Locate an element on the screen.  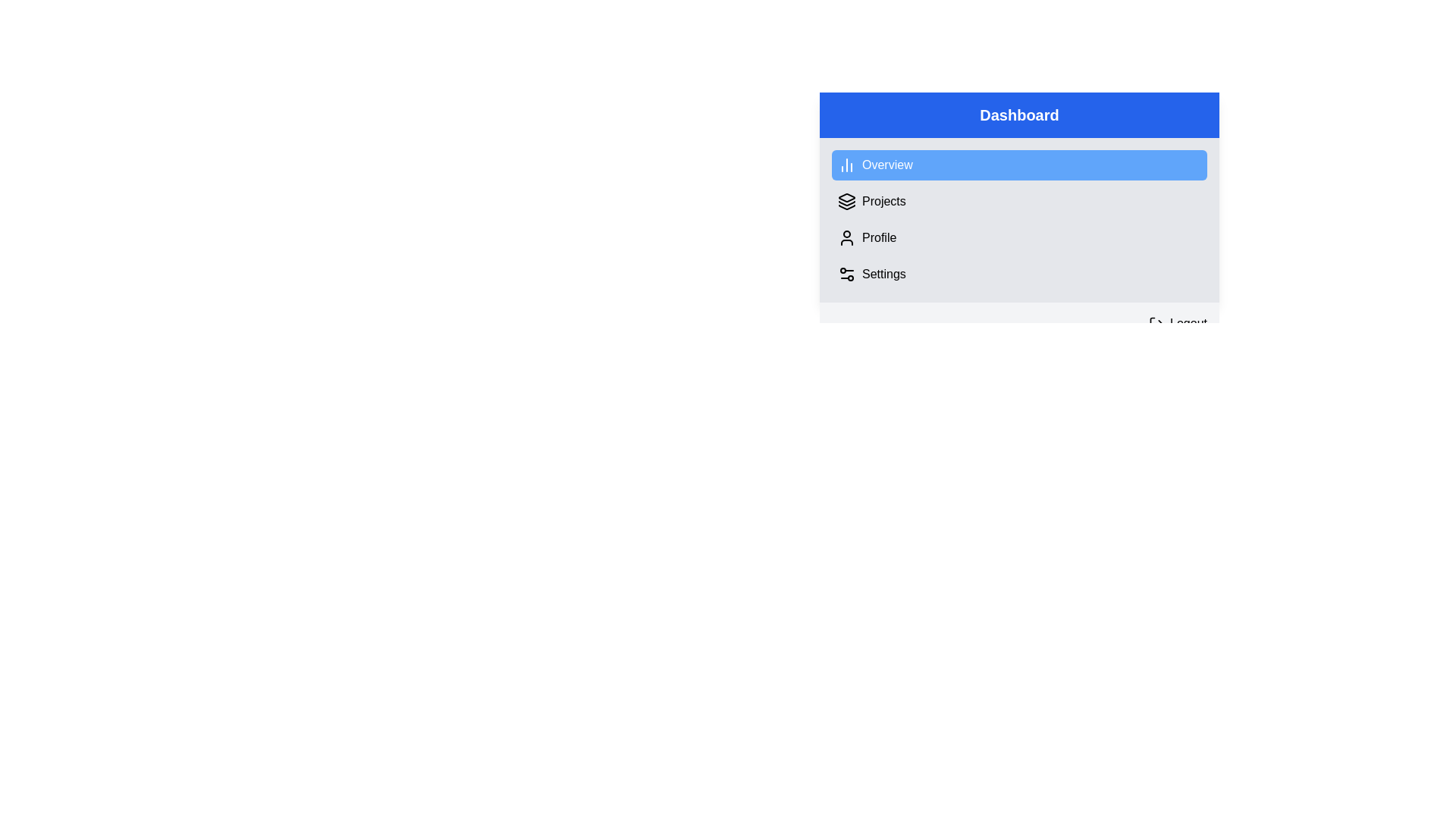
the TextLabel that serves as the header for the navigation panel, indicating the section's overall content or purpose as the dashboard is located at coordinates (1019, 114).